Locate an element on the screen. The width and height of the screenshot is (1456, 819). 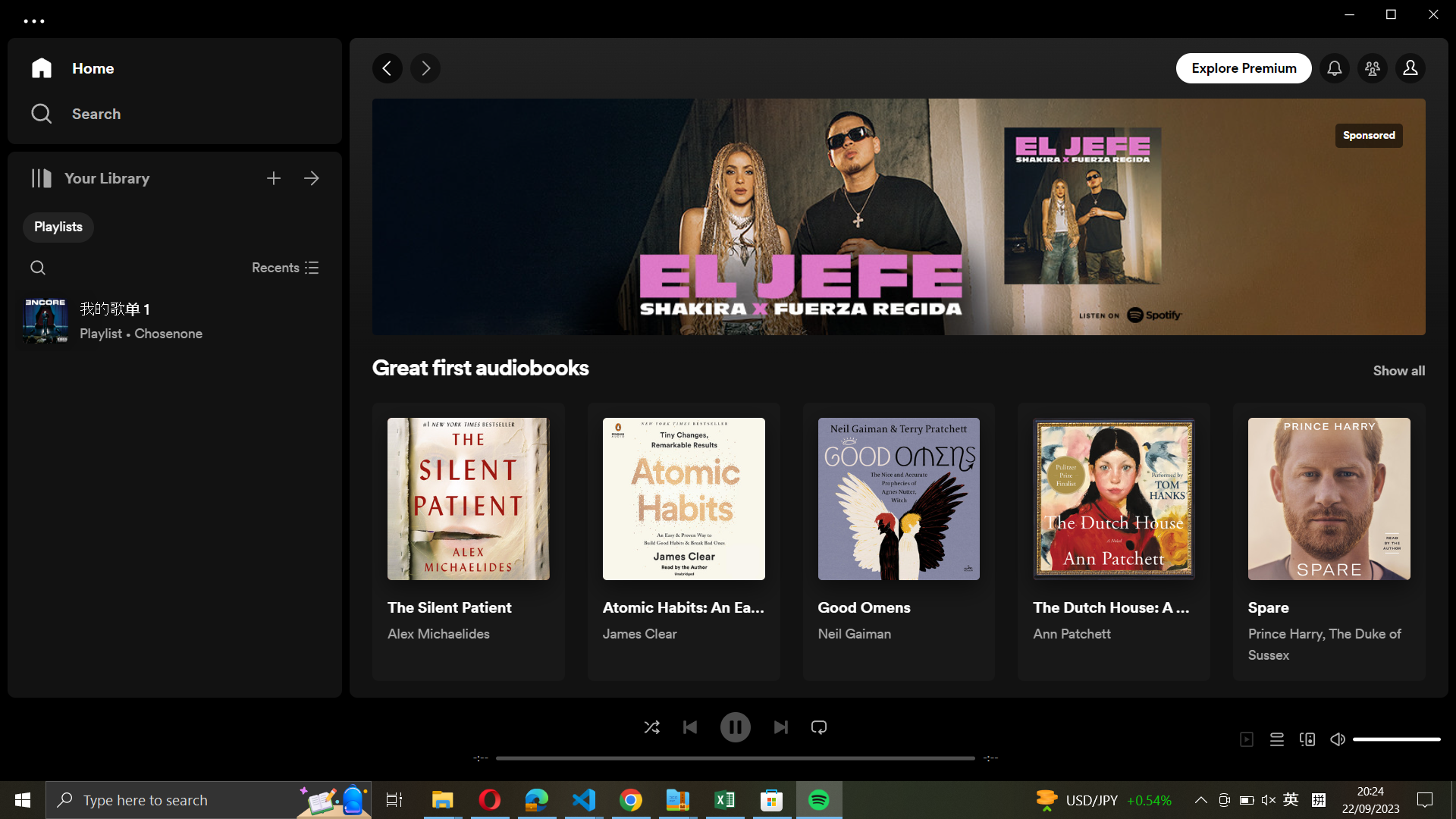
my account section is located at coordinates (1411, 69).